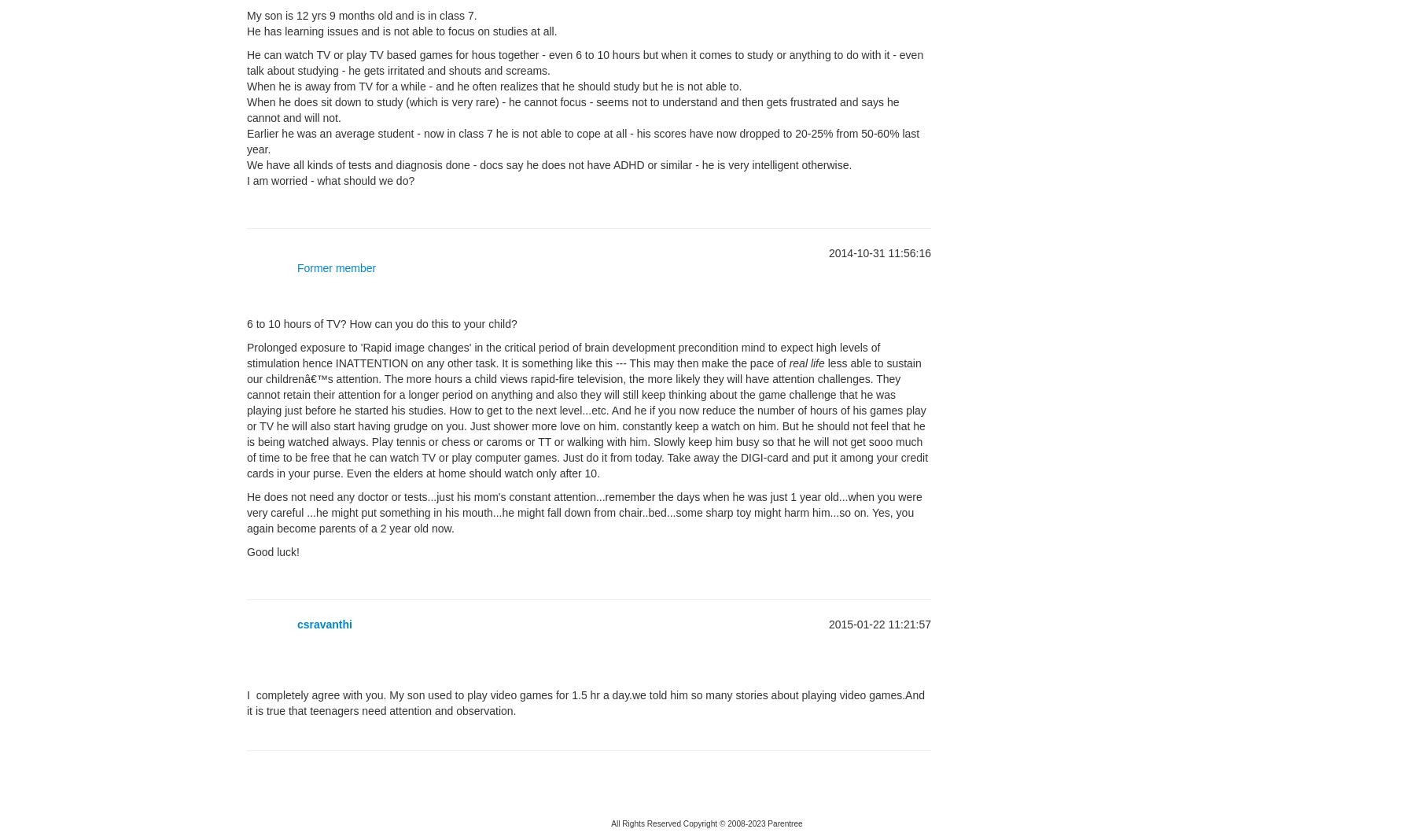  What do you see at coordinates (493, 85) in the screenshot?
I see `'When he is away from TV for a while - and he often realizes that he should study but he is not able to.'` at bounding box center [493, 85].